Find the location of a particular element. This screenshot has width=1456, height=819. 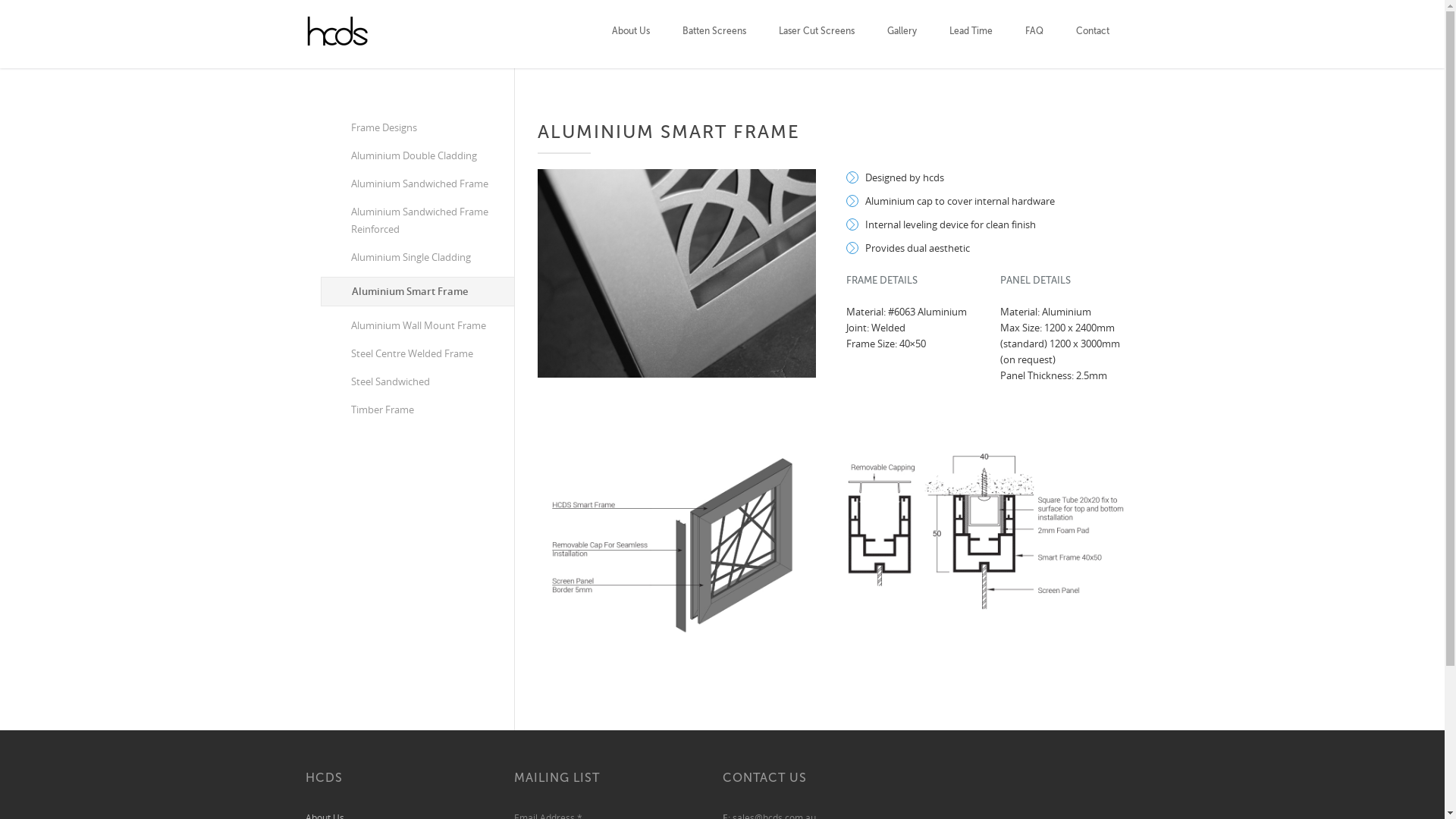

'Batten Screens' is located at coordinates (713, 34).